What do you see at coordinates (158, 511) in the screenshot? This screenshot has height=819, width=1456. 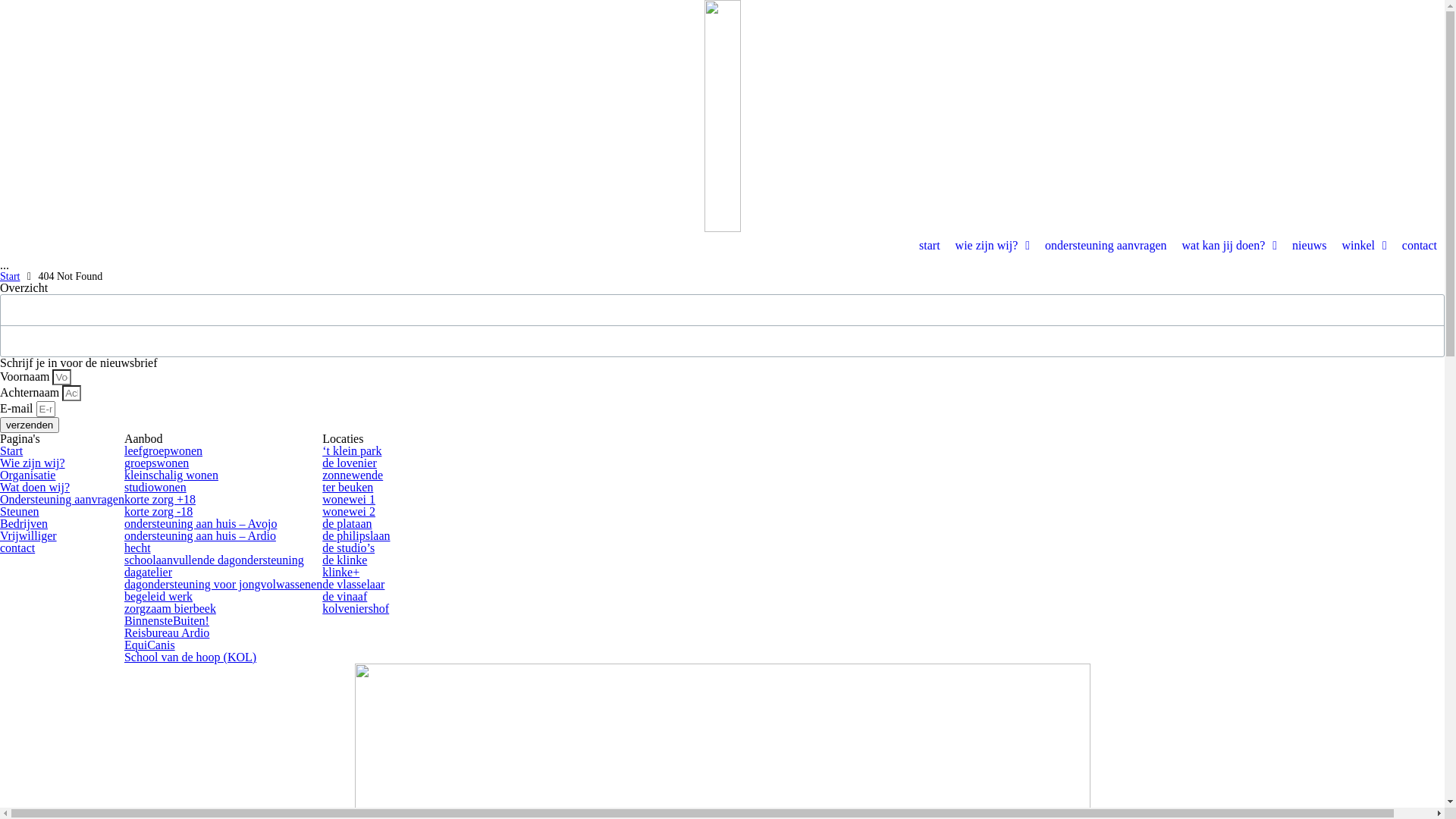 I see `'korte zorg -18'` at bounding box center [158, 511].